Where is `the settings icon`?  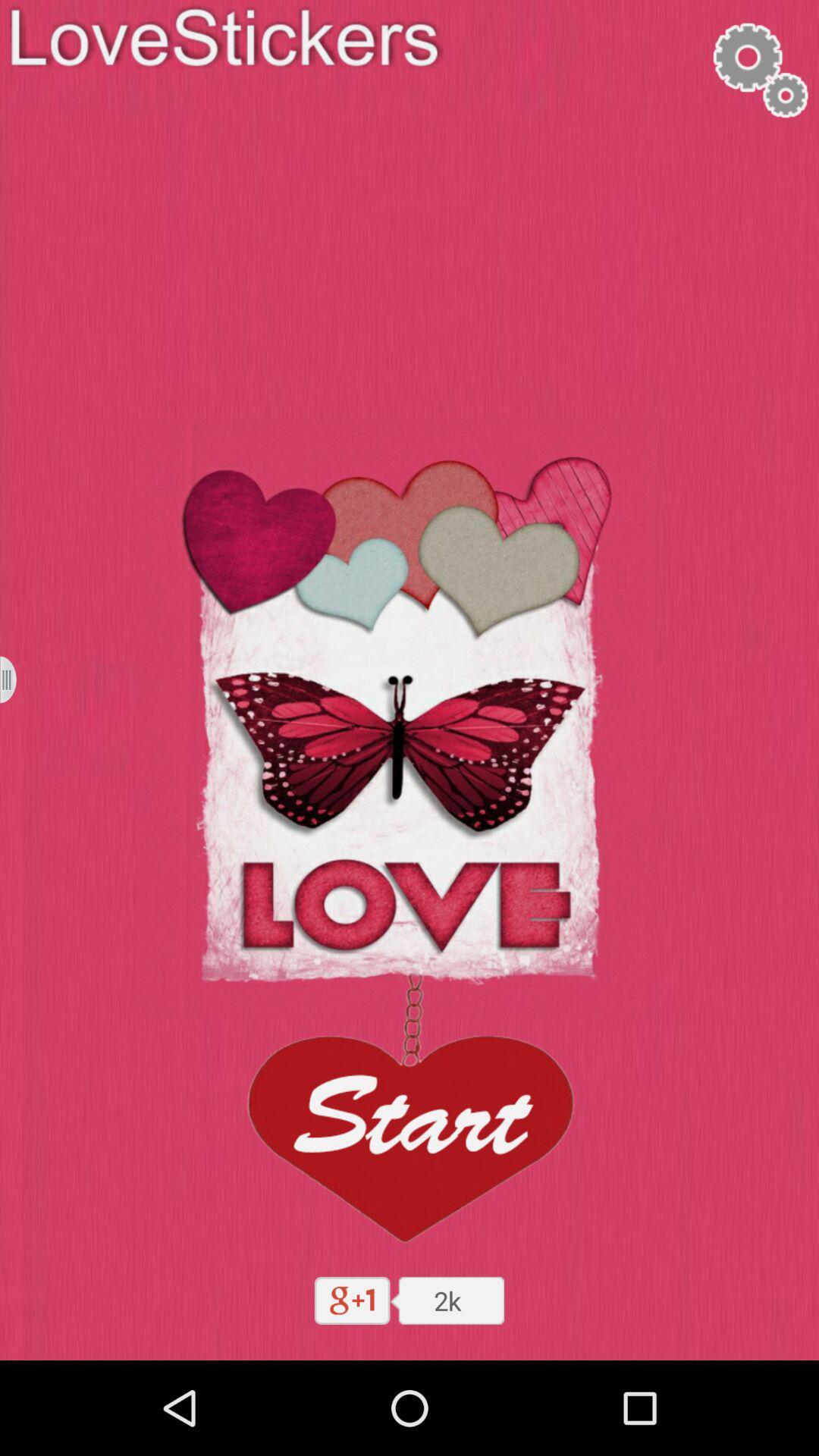 the settings icon is located at coordinates (759, 74).